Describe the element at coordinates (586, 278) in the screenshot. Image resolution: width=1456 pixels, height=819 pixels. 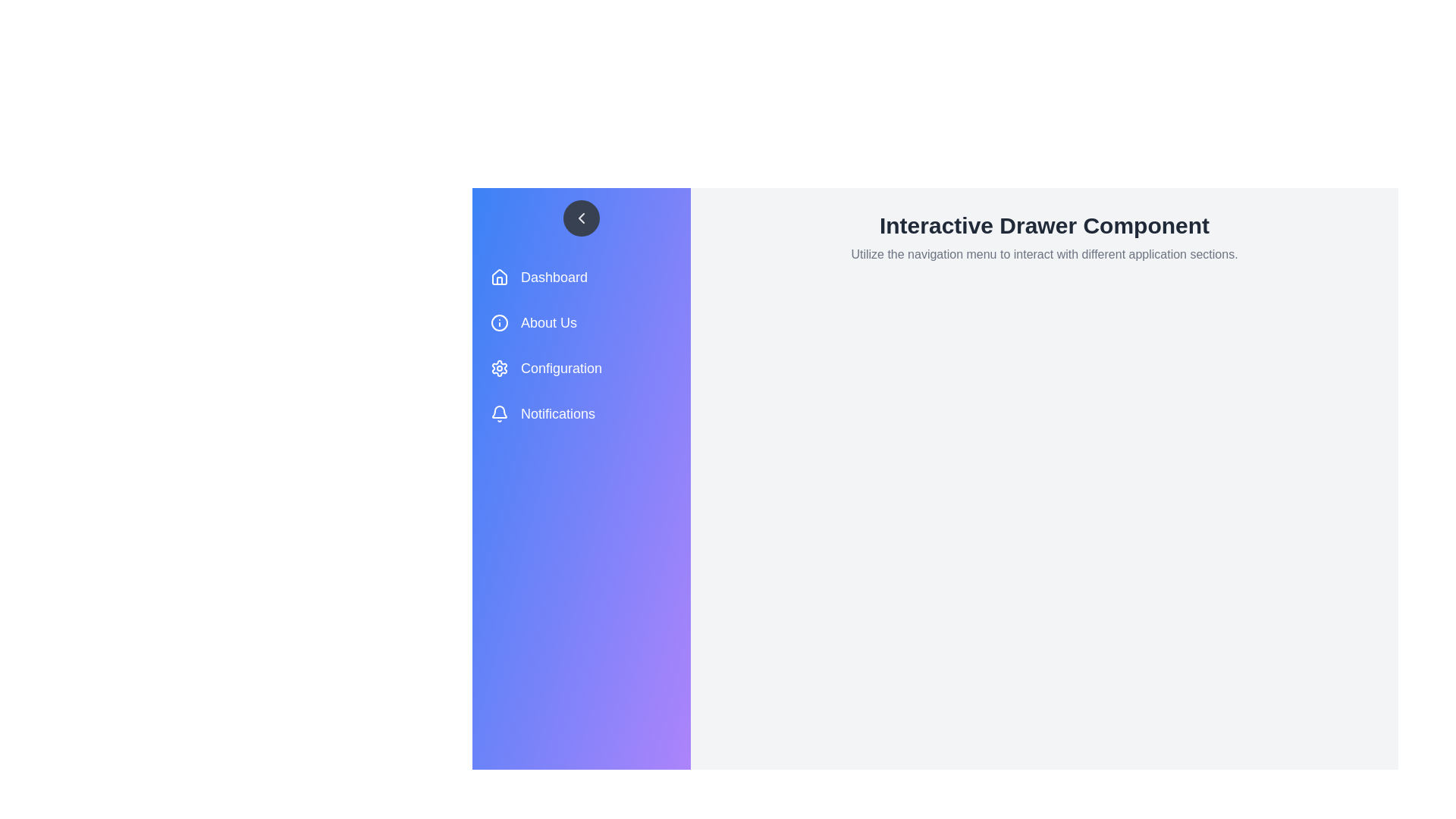
I see `'Dashboard' menu item, which features a house icon and is the first item in the vertical navigation list on the left panel` at that location.